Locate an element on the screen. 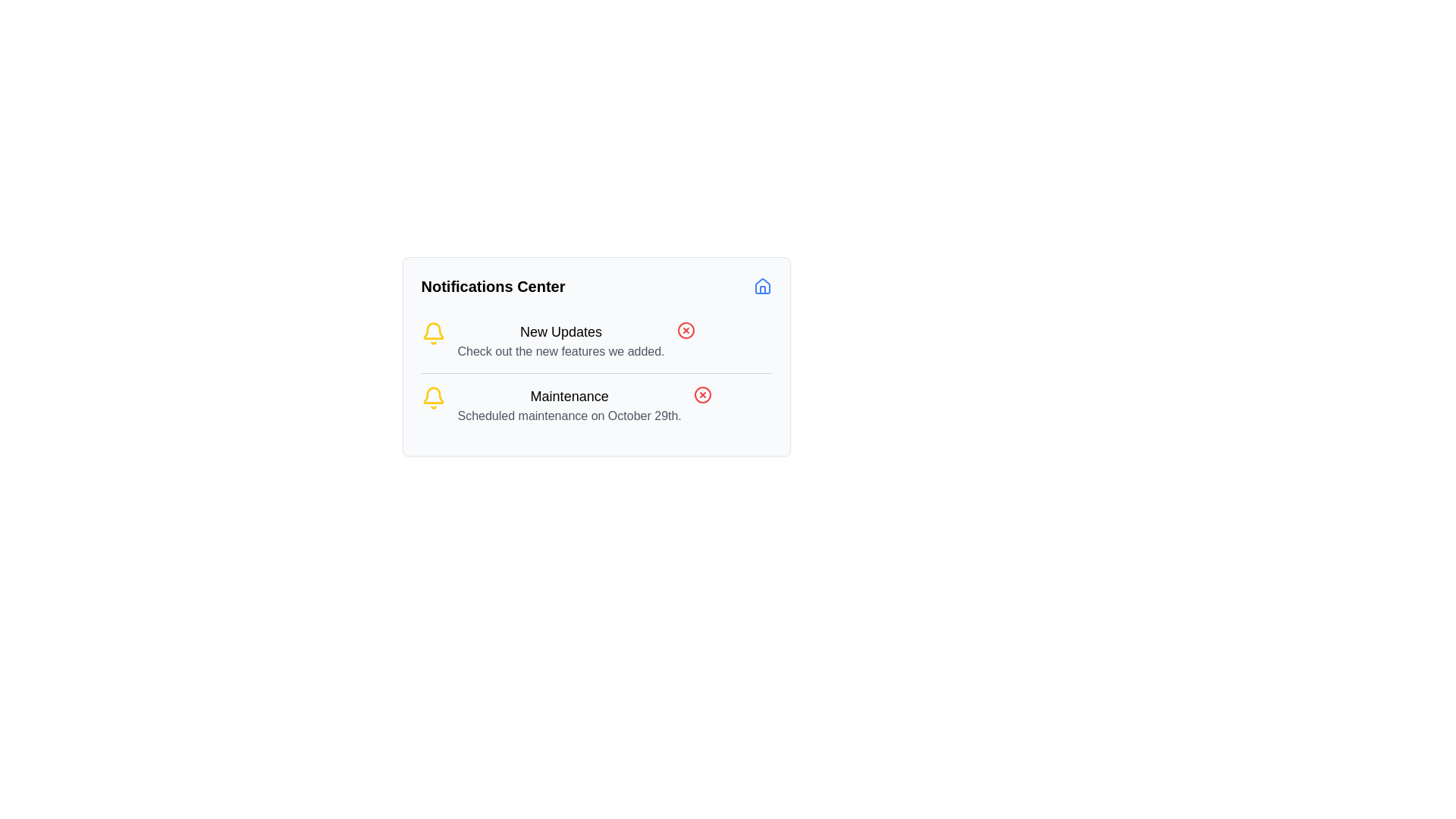  the graphical icon representing a close or cancel action related to the 'New Updates' notification in the 'Notifications Center' panel is located at coordinates (685, 329).